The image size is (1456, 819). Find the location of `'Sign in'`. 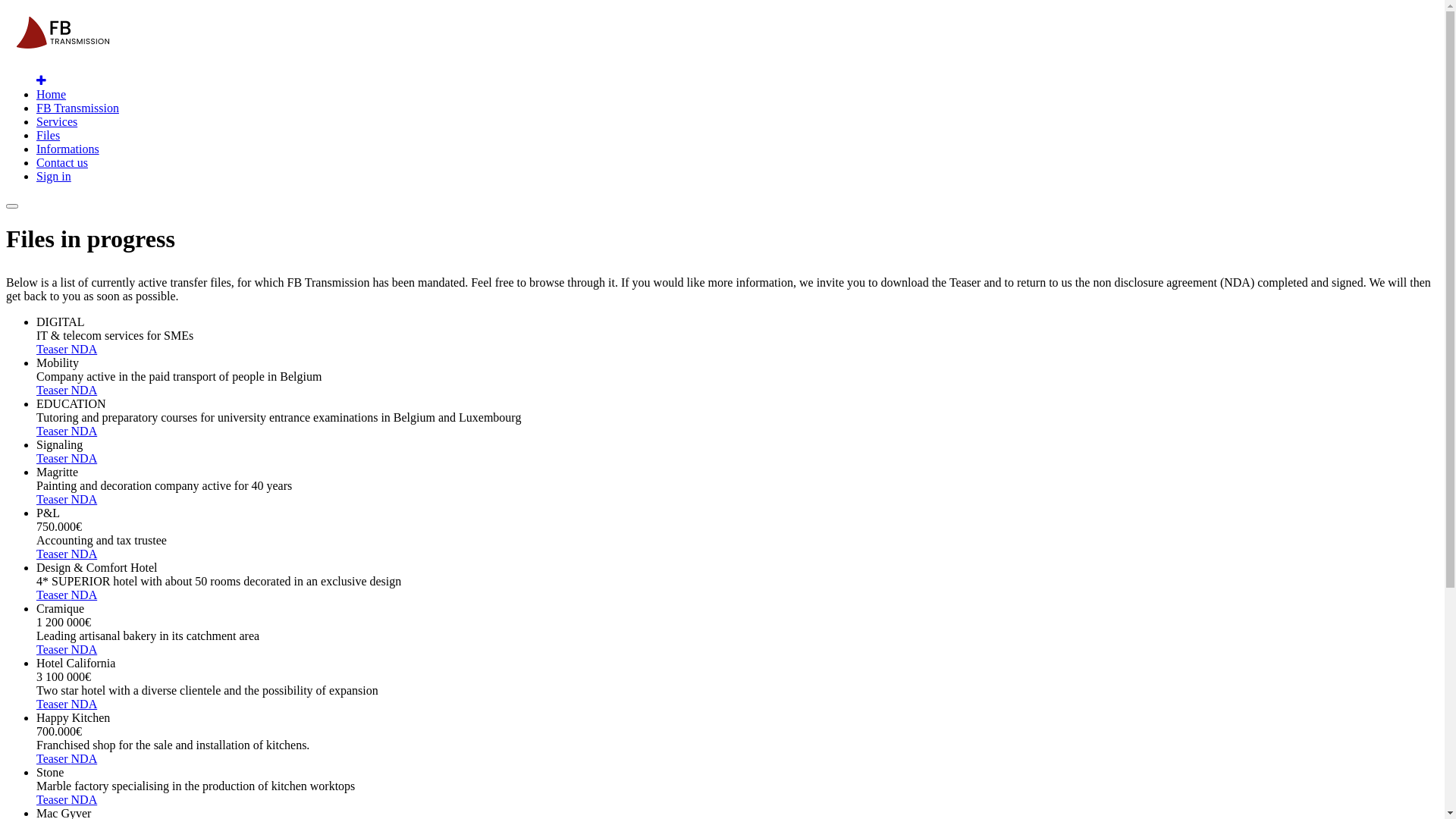

'Sign in' is located at coordinates (54, 175).